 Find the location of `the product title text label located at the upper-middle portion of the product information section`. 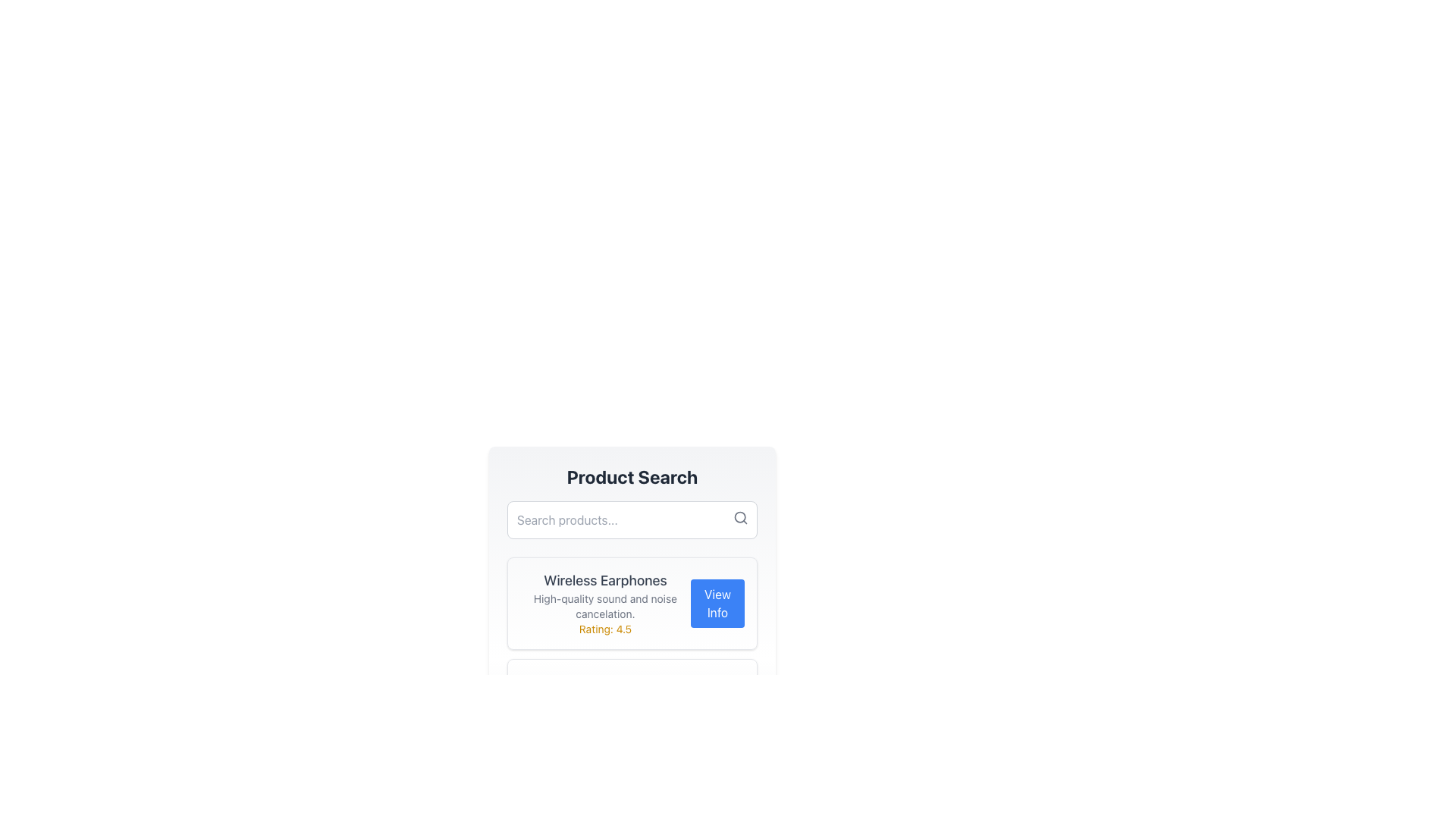

the product title text label located at the upper-middle portion of the product information section is located at coordinates (604, 580).